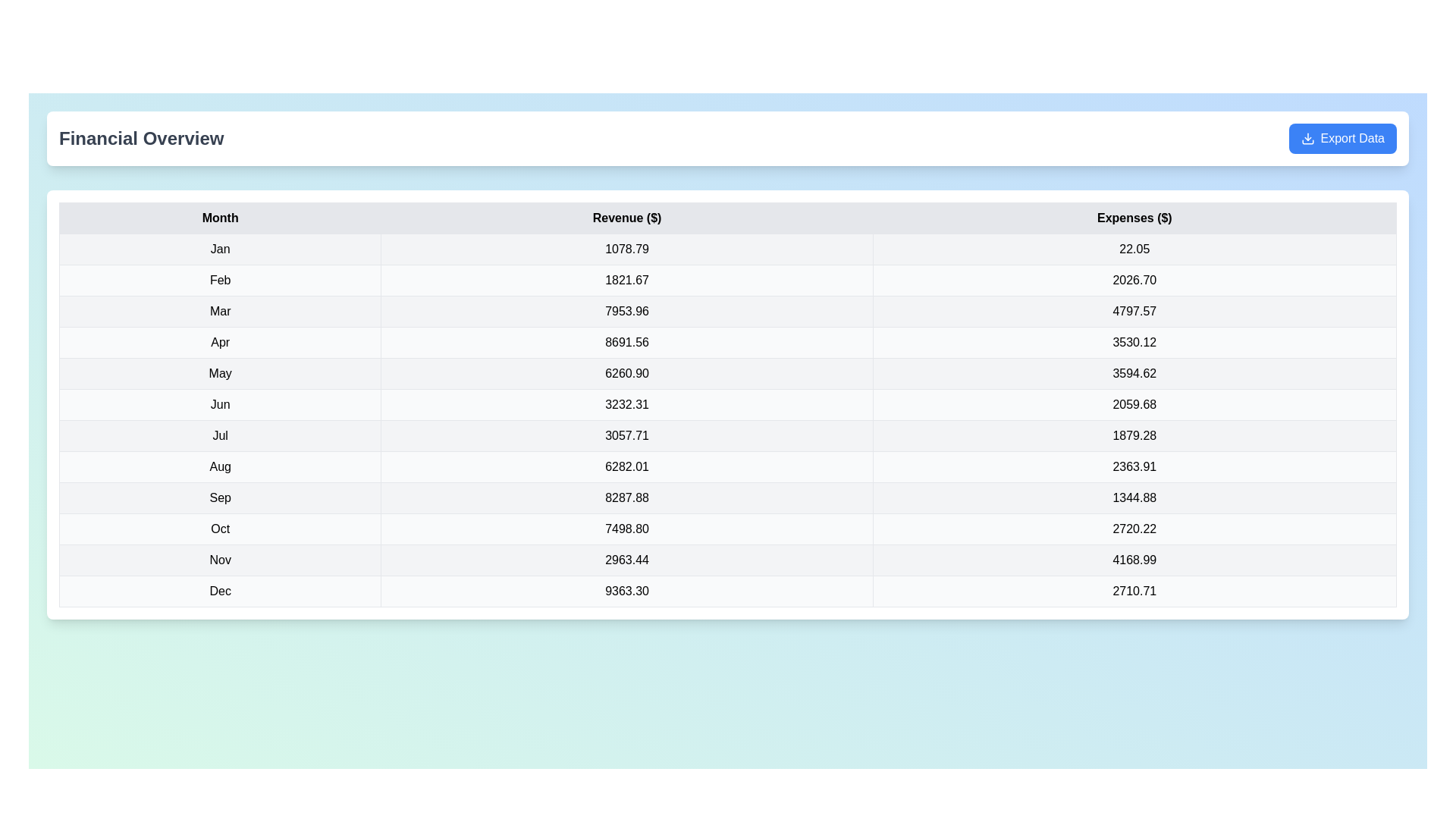 The width and height of the screenshot is (1456, 819). I want to click on the column header labeled 'Month' to sort the table by that column, so click(219, 218).